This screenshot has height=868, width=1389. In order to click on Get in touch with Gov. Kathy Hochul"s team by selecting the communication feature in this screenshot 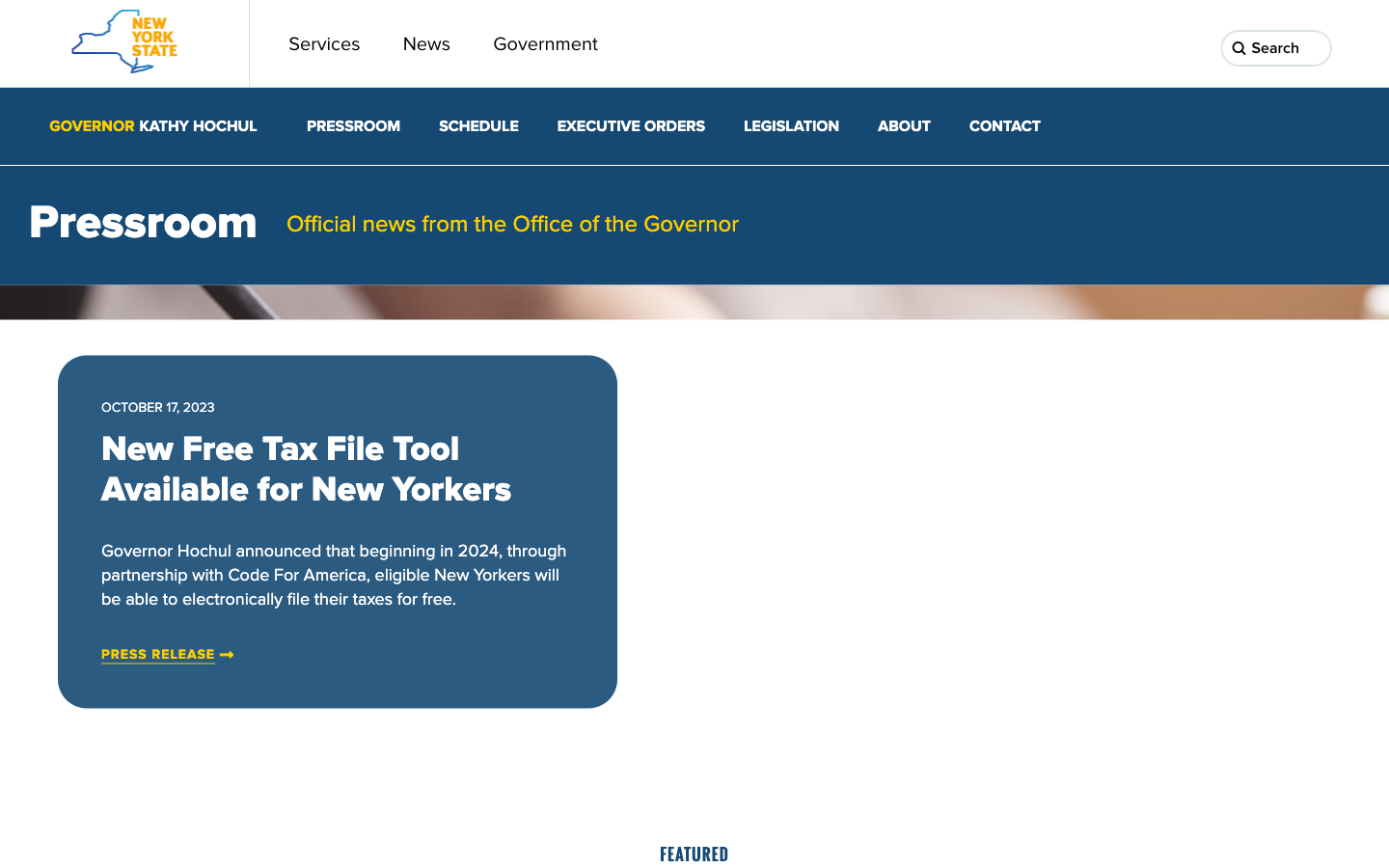, I will do `click(1004, 126)`.